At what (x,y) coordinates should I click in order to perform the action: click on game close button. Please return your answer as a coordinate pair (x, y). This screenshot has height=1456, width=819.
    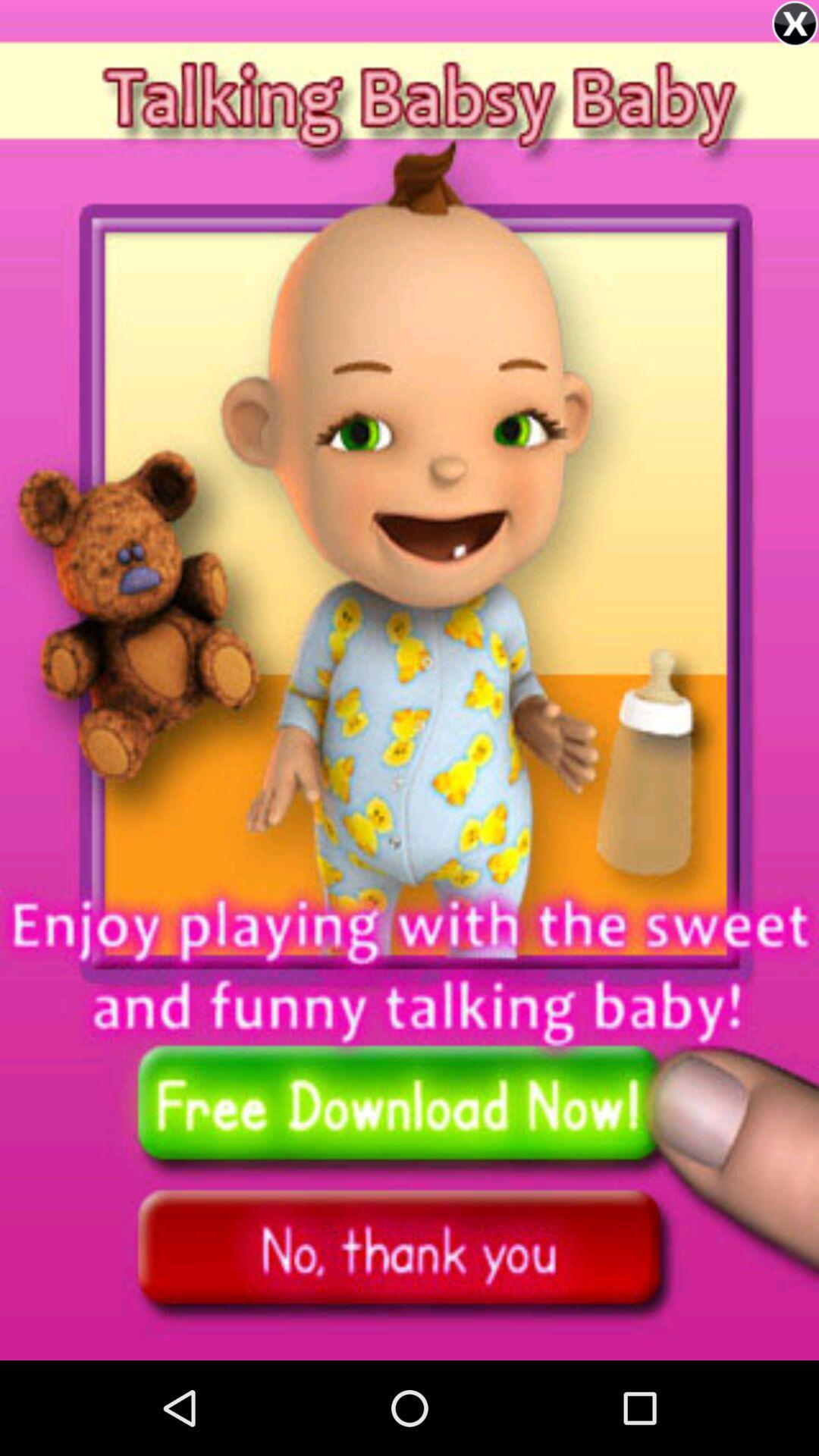
    Looking at the image, I should click on (794, 24).